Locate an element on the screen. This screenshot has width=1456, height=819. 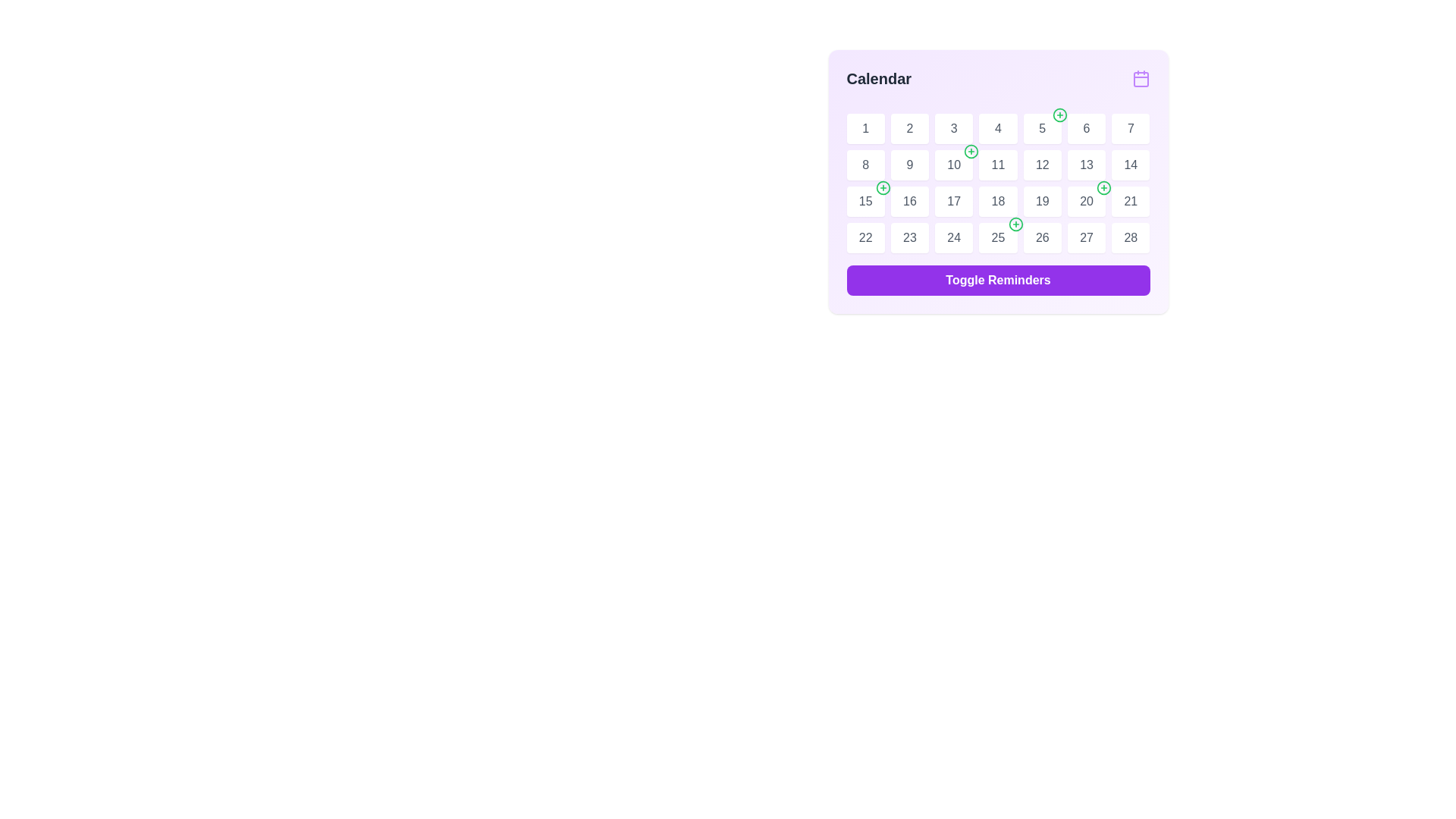
the Text label indicating the date 22 in the calendar is located at coordinates (865, 237).